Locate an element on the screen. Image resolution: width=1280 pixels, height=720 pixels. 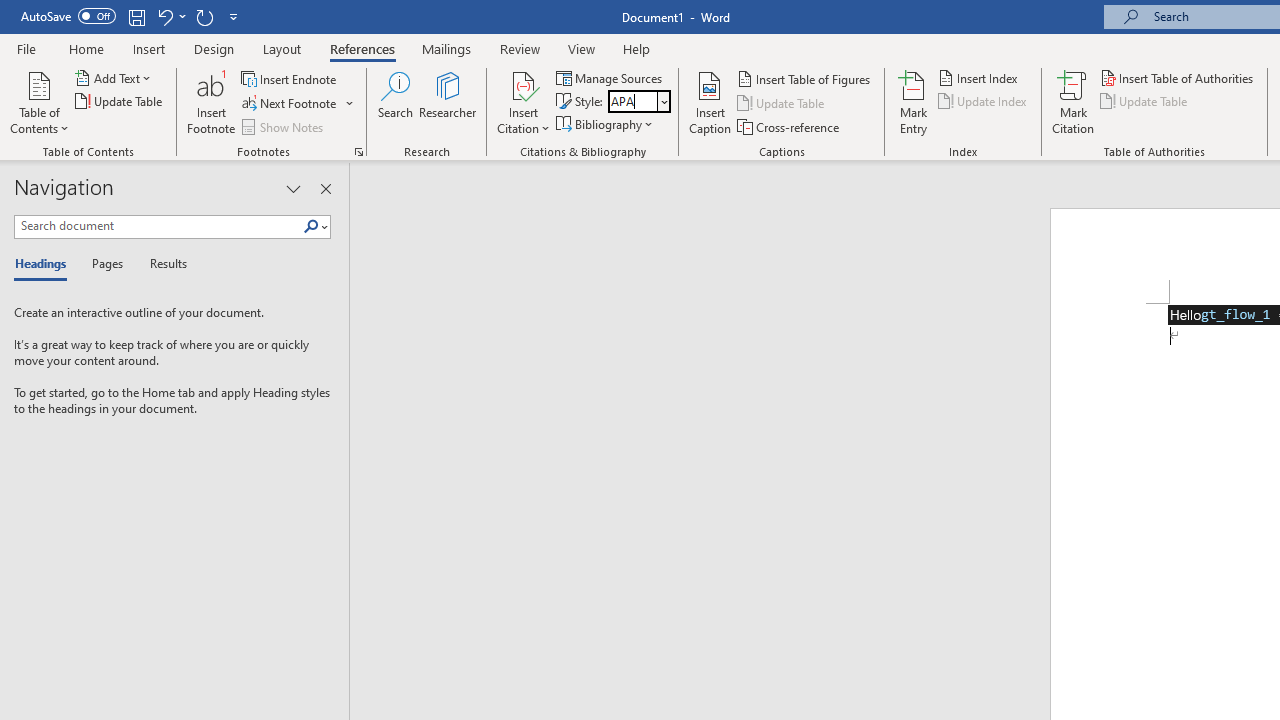
'Insert Index...' is located at coordinates (979, 77).